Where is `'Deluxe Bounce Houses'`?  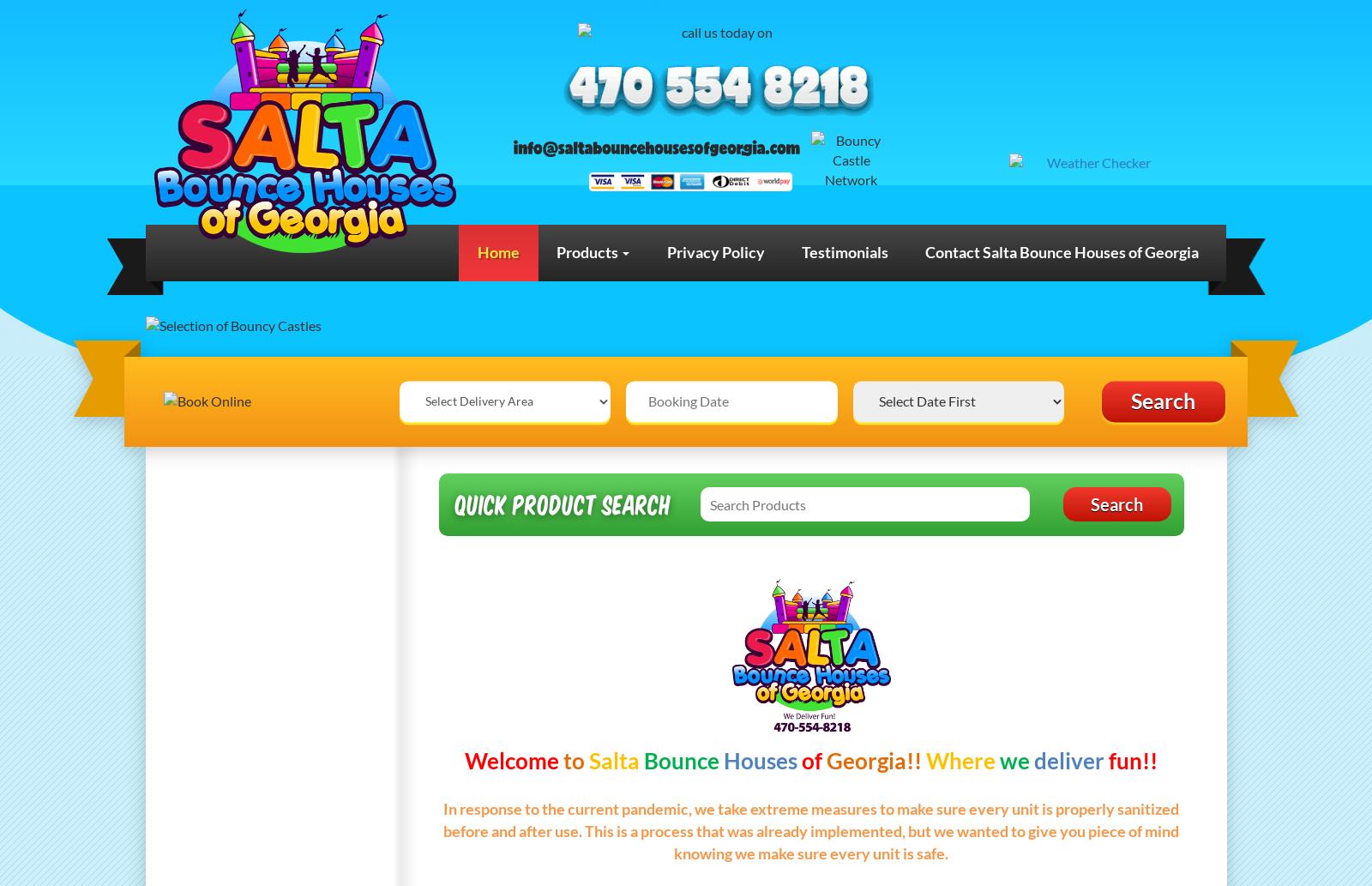
'Deluxe Bounce Houses' is located at coordinates (250, 534).